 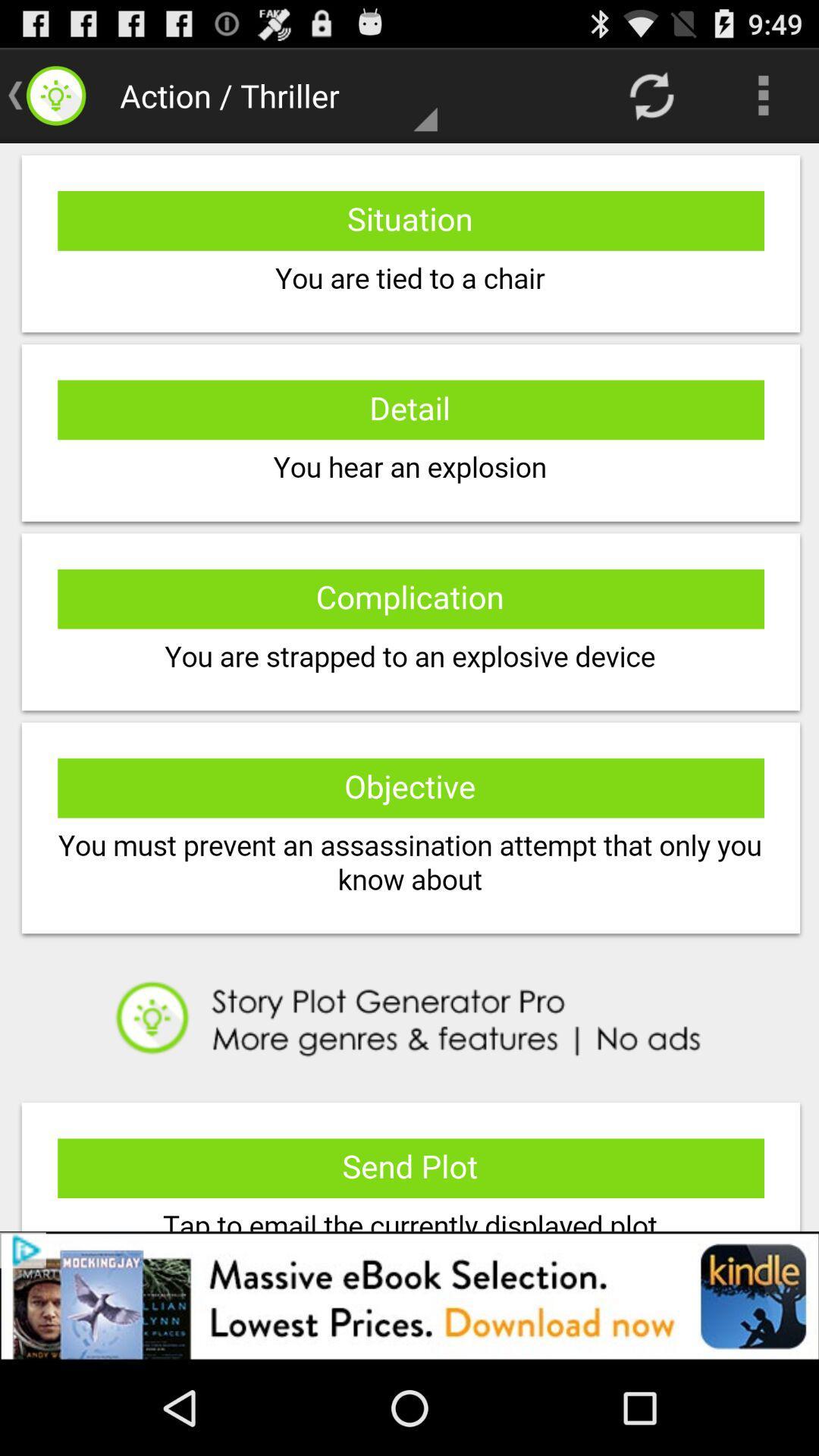 What do you see at coordinates (409, 686) in the screenshot?
I see `multiple options` at bounding box center [409, 686].